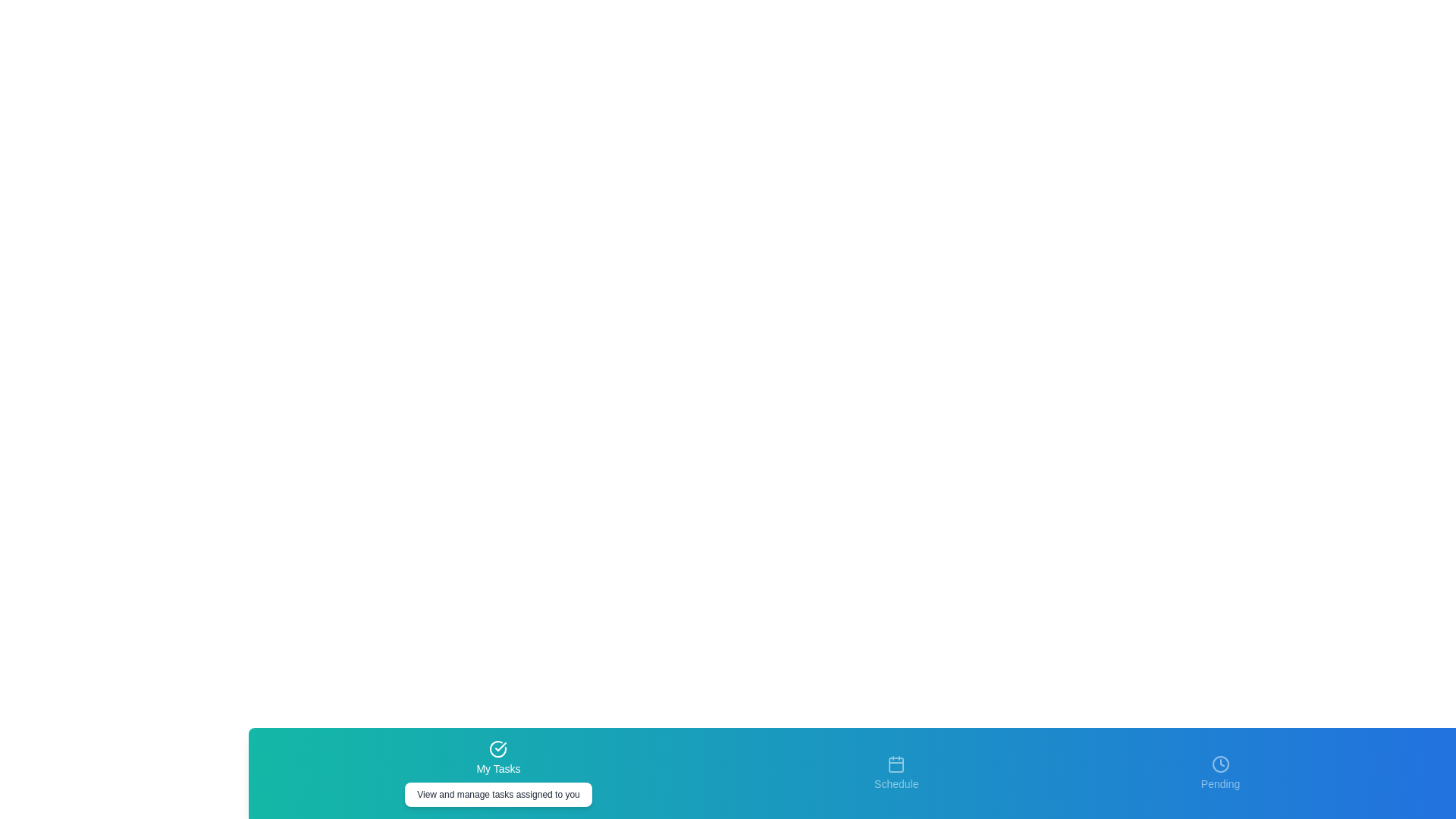  Describe the element at coordinates (498, 773) in the screenshot. I see `the tab labeled My Tasks by clicking on its icon or label` at that location.